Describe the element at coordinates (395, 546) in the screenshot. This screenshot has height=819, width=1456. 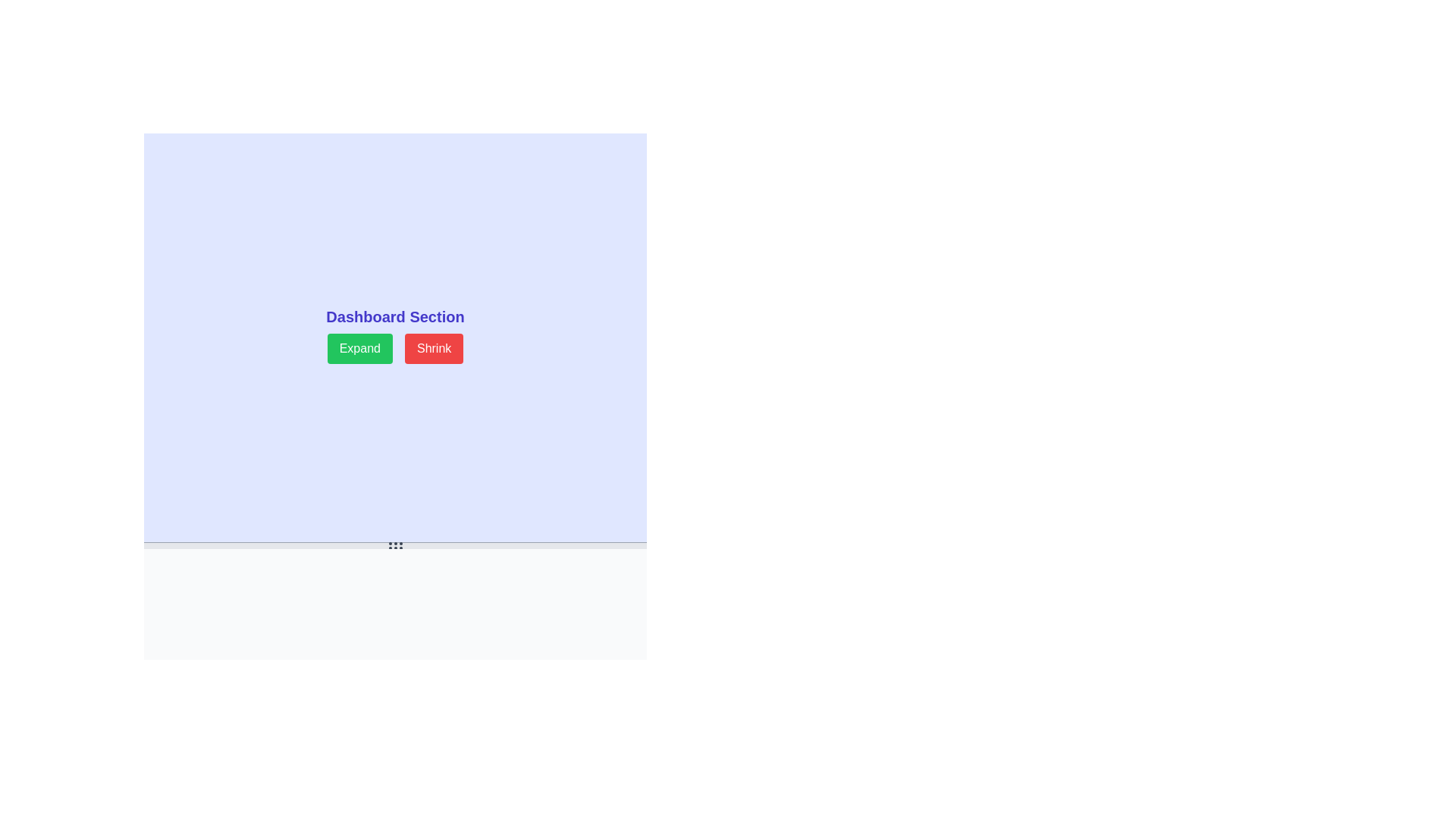
I see `and drag the drag handle, which consists of six circular gray dots arranged in two rows, located near the bottom center of the interface` at that location.